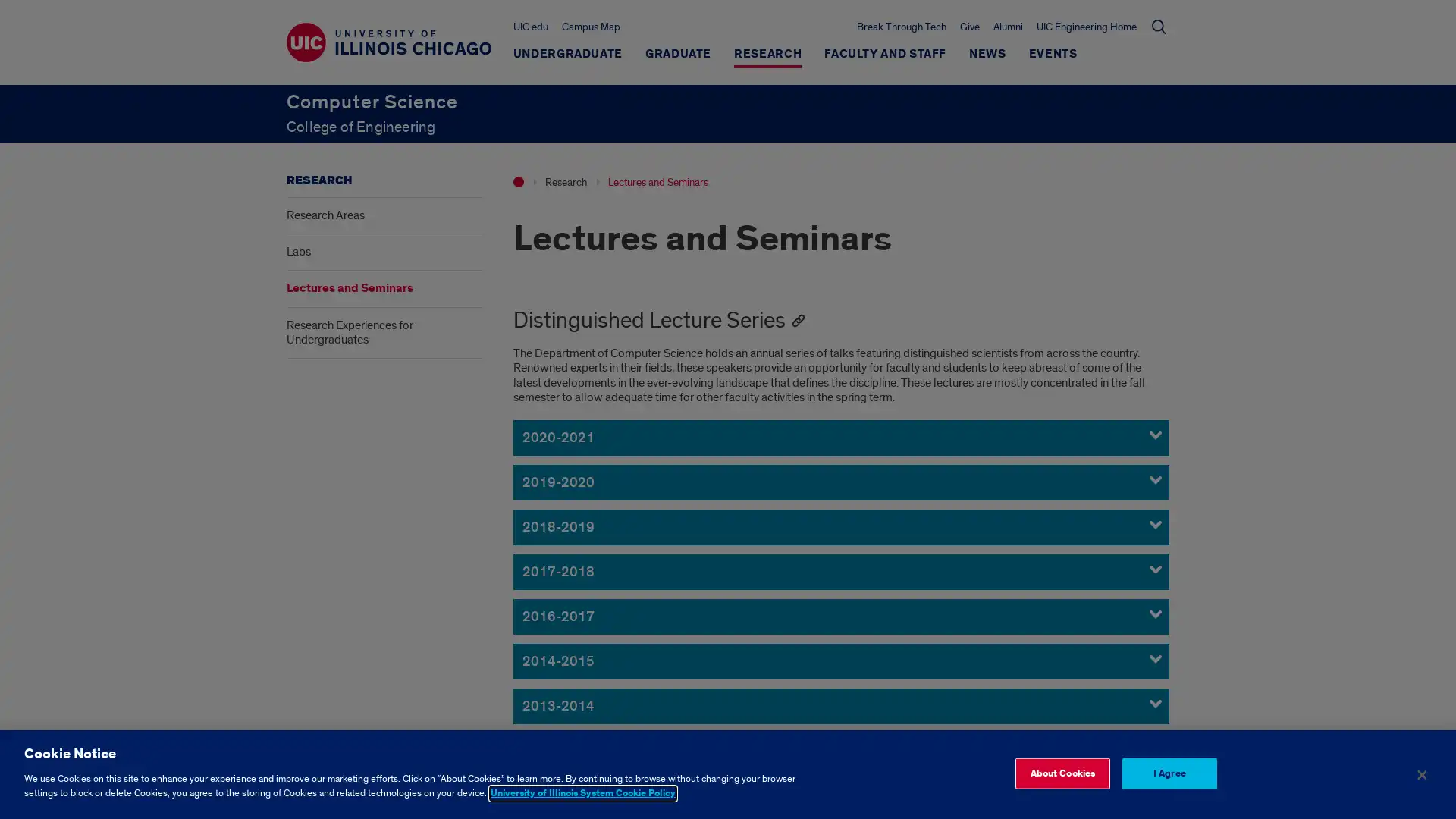 Image resolution: width=1456 pixels, height=819 pixels. What do you see at coordinates (1061, 773) in the screenshot?
I see `About Cookies` at bounding box center [1061, 773].